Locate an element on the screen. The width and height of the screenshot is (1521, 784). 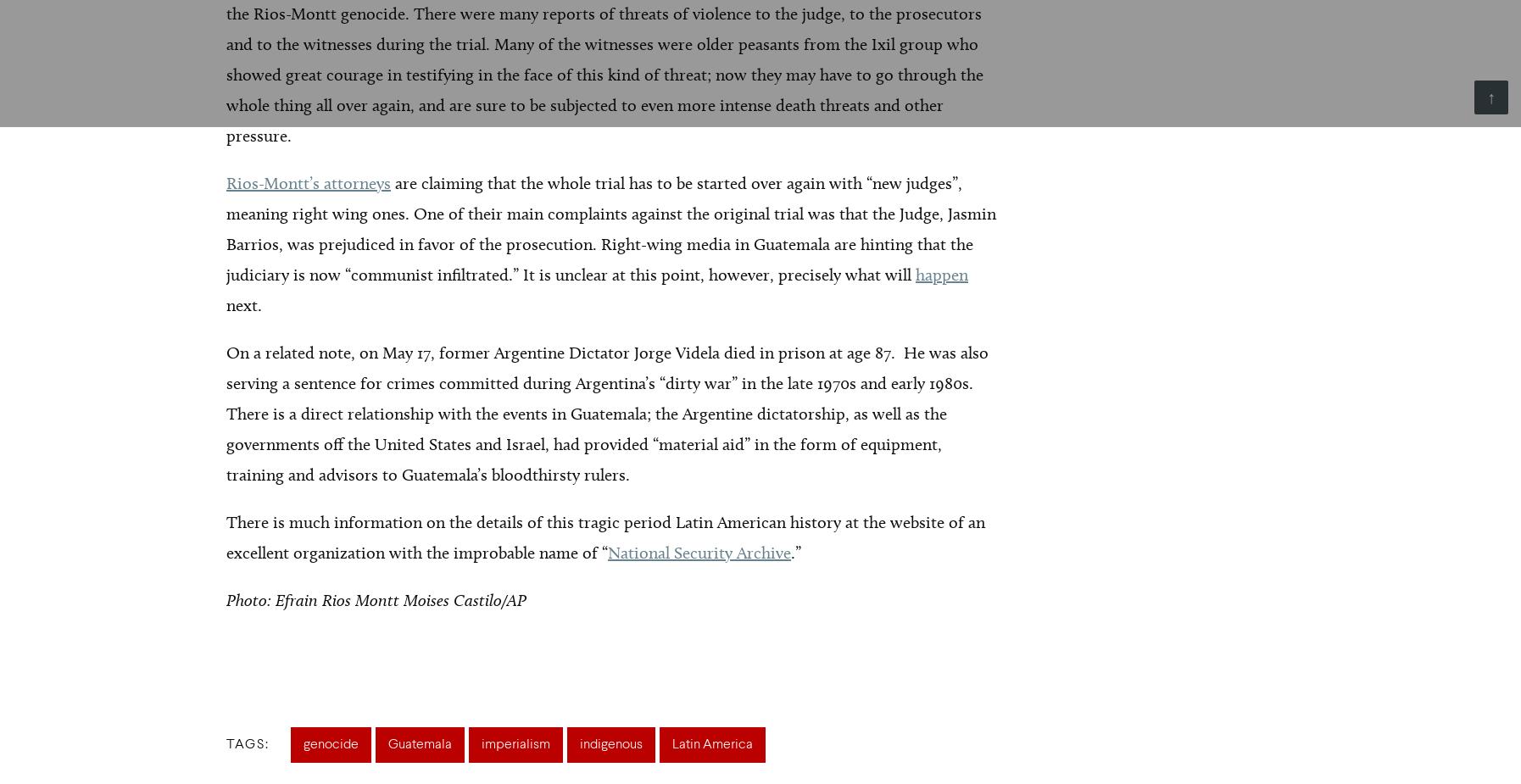
'Latin America' is located at coordinates (712, 745).